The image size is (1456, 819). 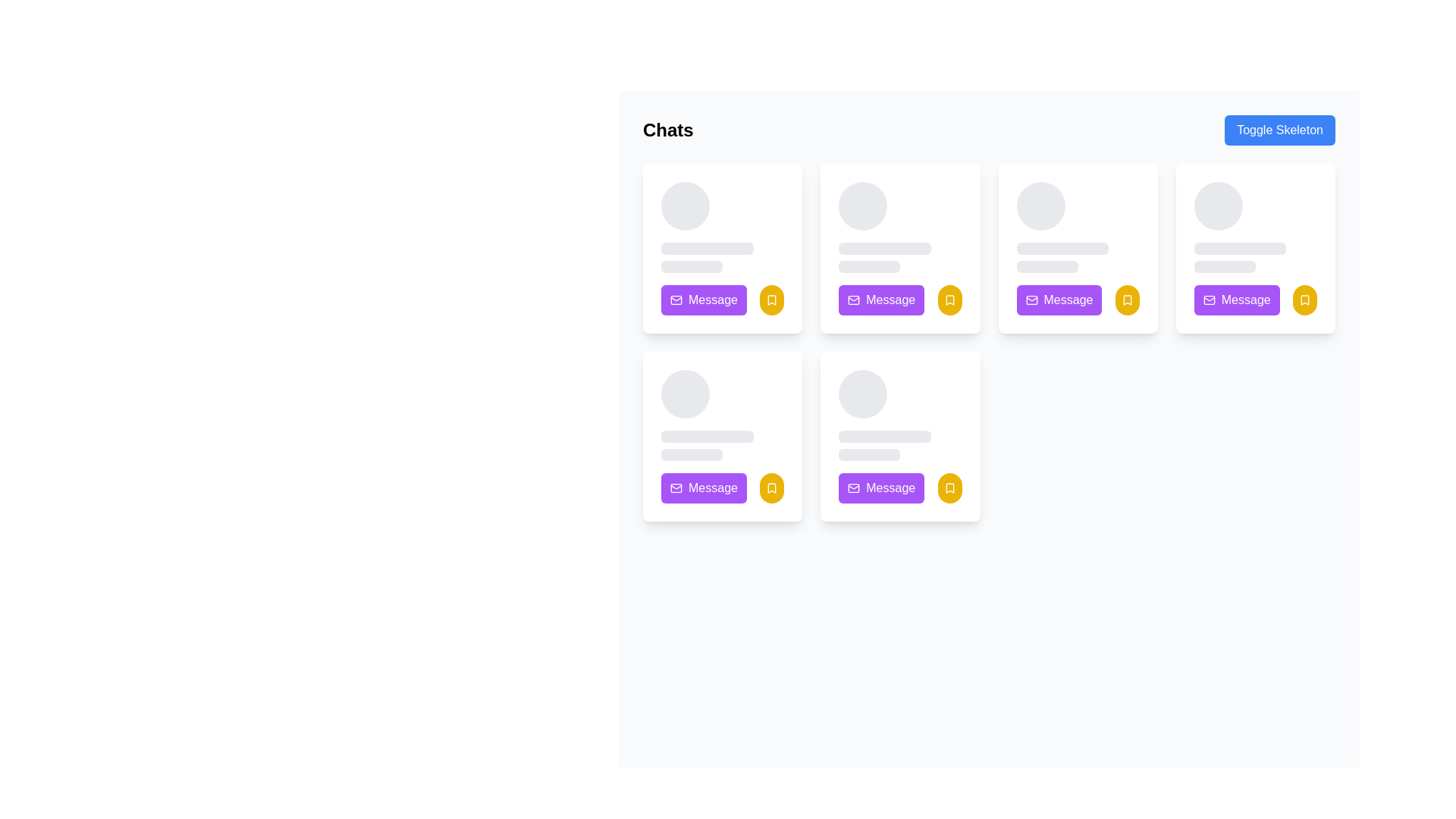 I want to click on the circular button with a yellow background and a white bookmark icon, located in the second column of the top row in a grid of card components, so click(x=949, y=300).